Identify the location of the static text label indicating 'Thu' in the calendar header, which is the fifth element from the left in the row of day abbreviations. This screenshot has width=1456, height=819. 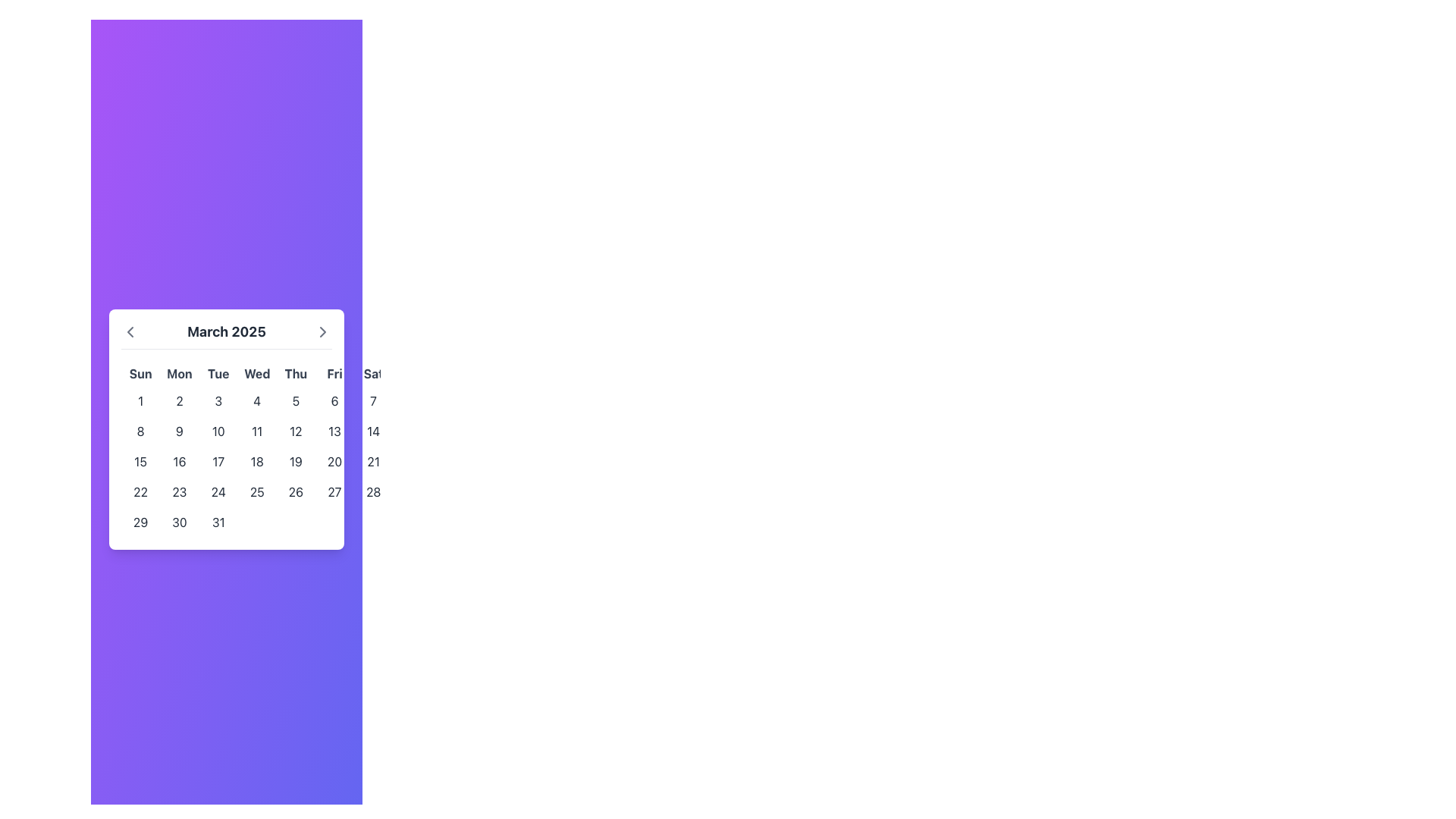
(296, 373).